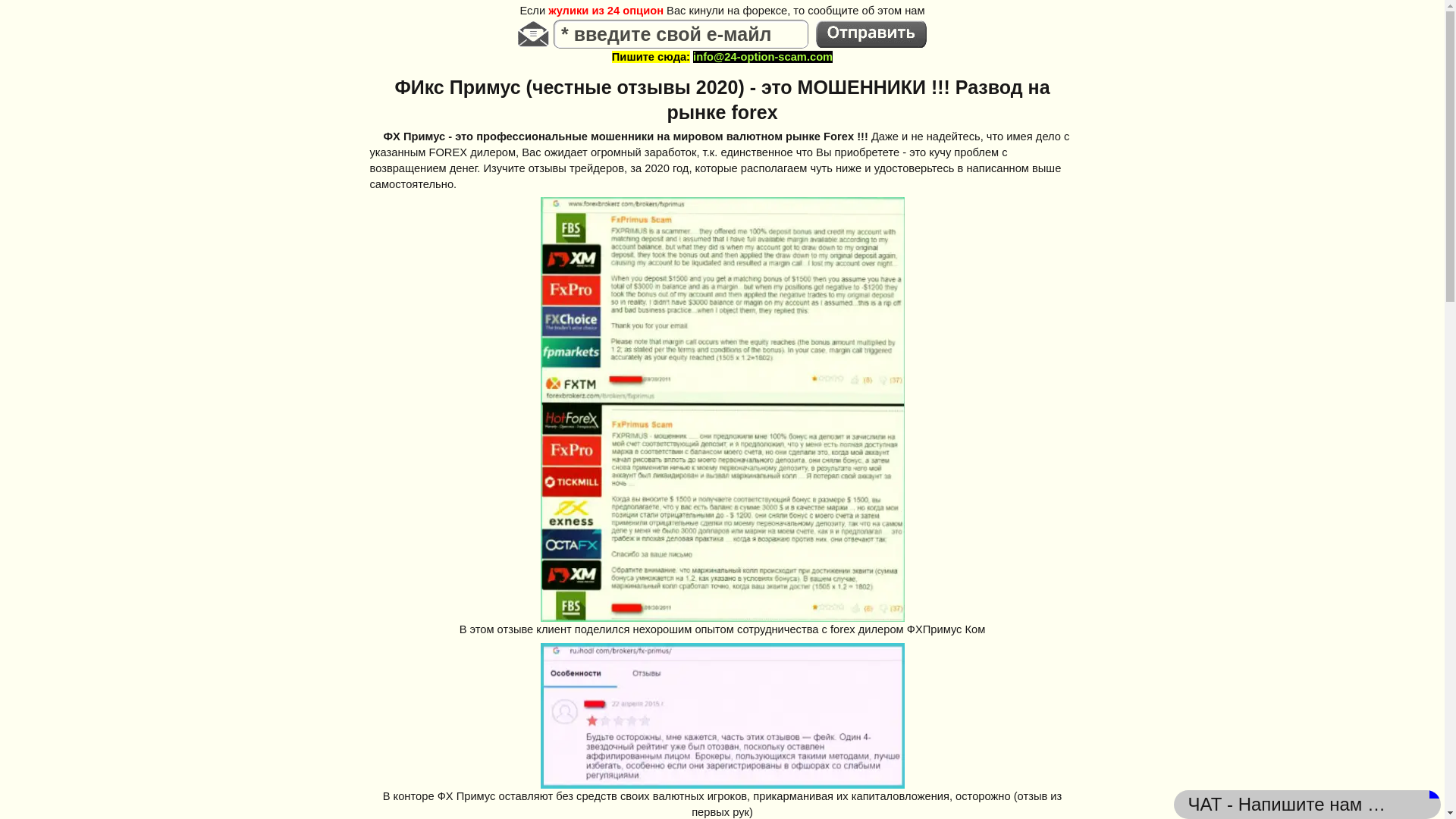 This screenshot has height=819, width=1456. I want to click on 'info@24-option-scam.com', so click(692, 55).